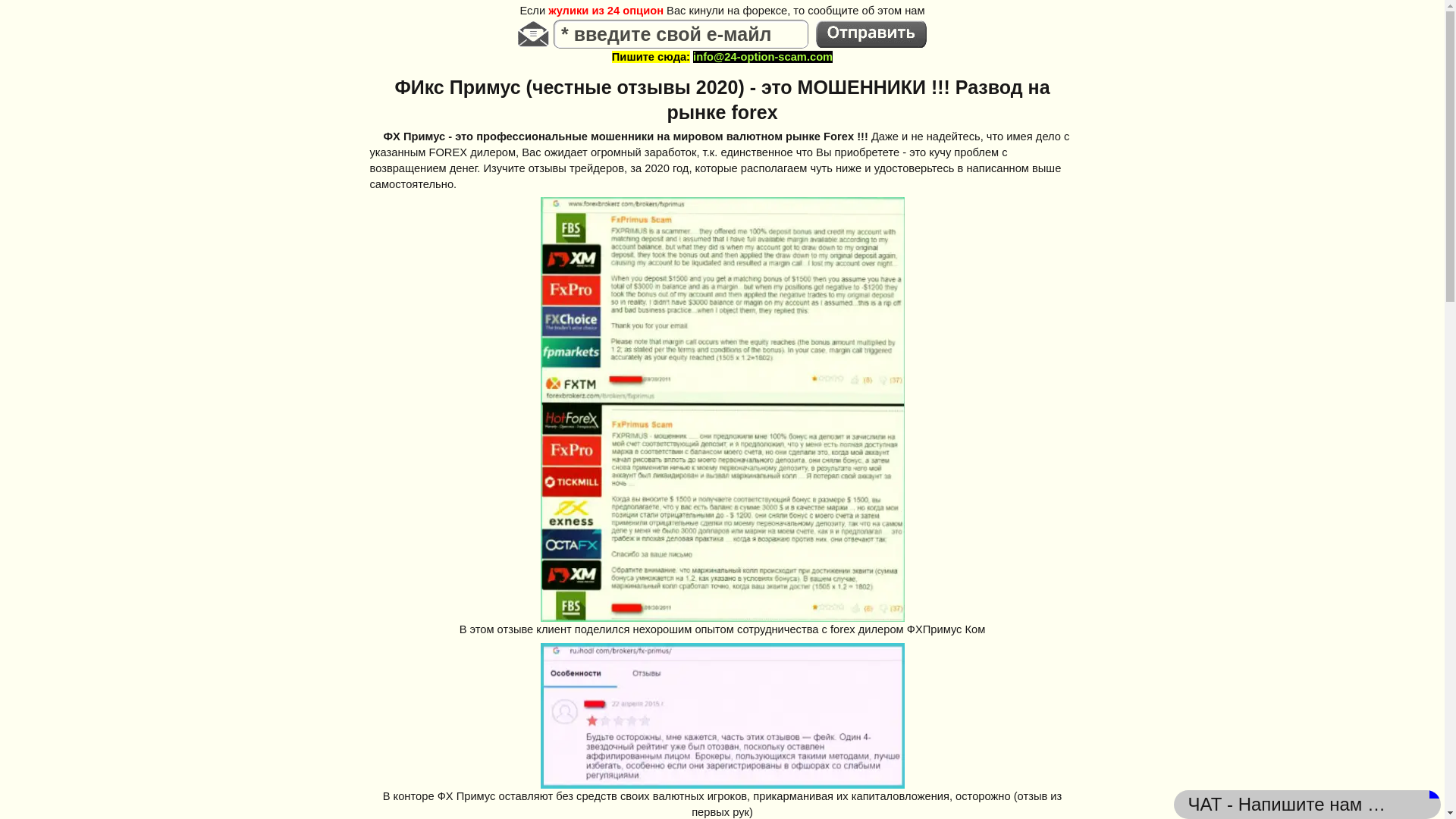 This screenshot has height=819, width=1456. I want to click on 'info@24-option-scam.com', so click(692, 55).